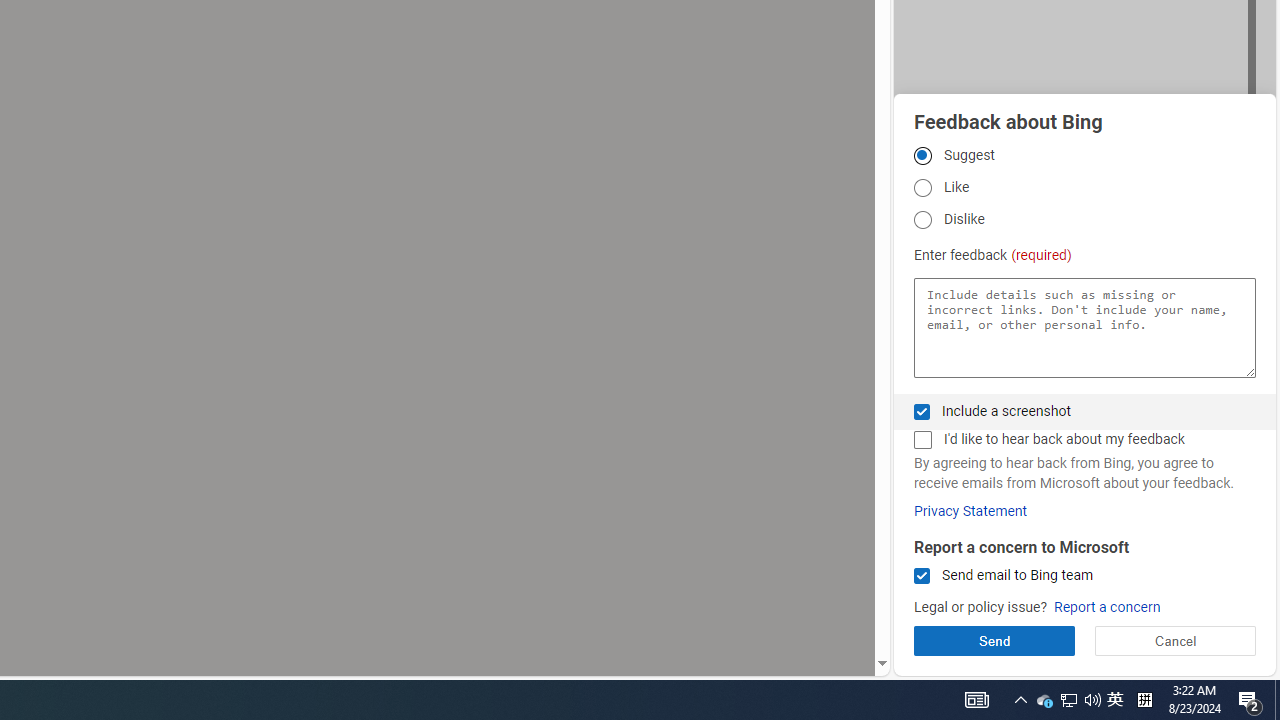  What do you see at coordinates (970, 510) in the screenshot?
I see `'Privacy Statement'` at bounding box center [970, 510].